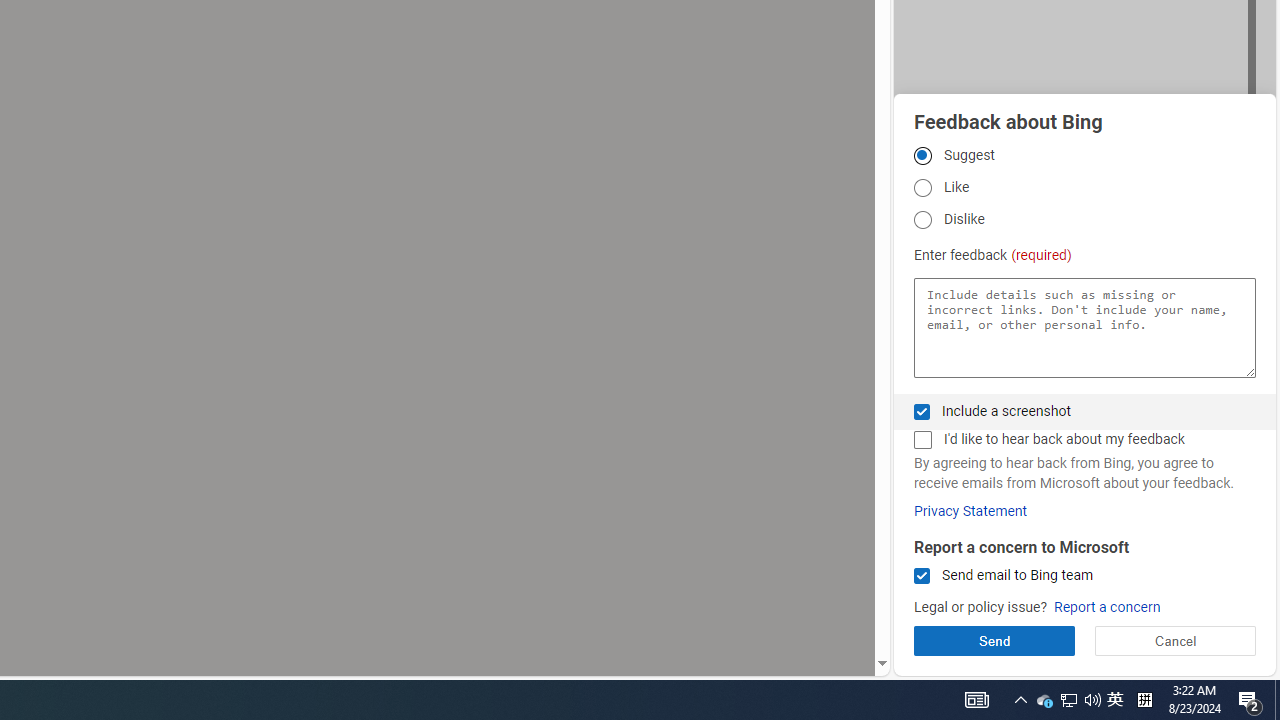  What do you see at coordinates (970, 510) in the screenshot?
I see `'Privacy Statement'` at bounding box center [970, 510].